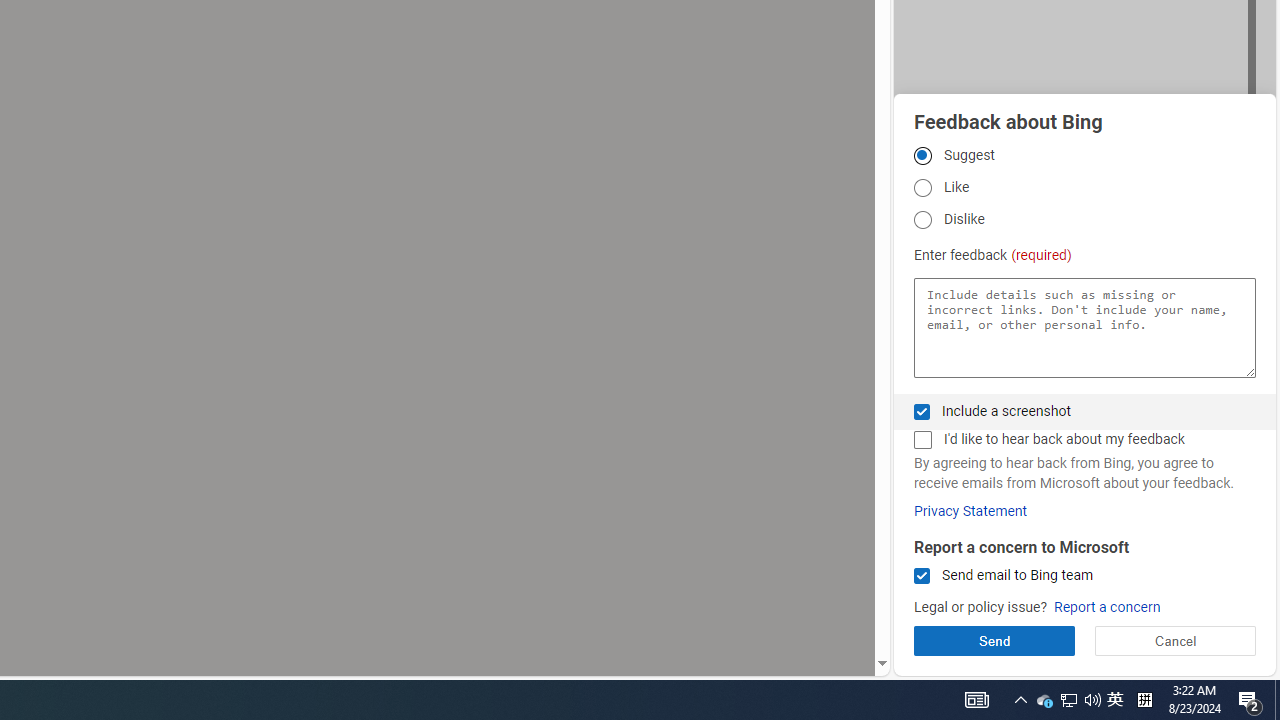  What do you see at coordinates (970, 510) in the screenshot?
I see `'Privacy Statement'` at bounding box center [970, 510].